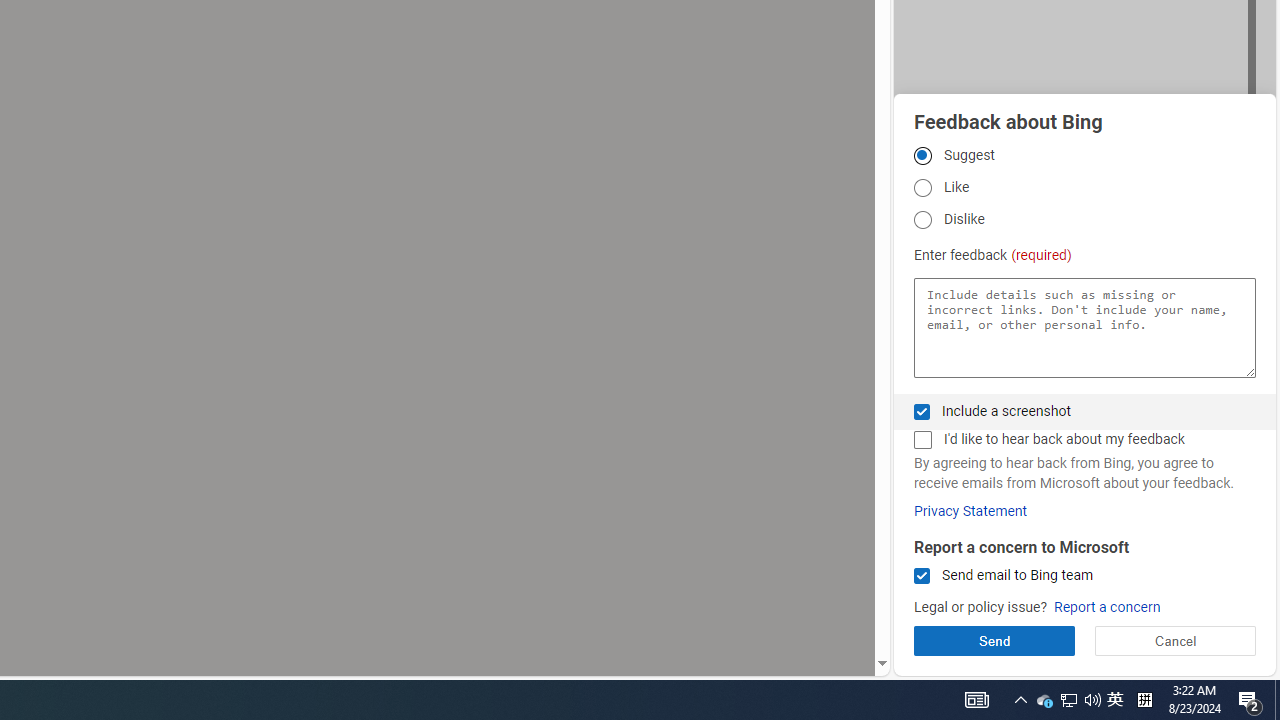  What do you see at coordinates (970, 510) in the screenshot?
I see `'Privacy Statement'` at bounding box center [970, 510].